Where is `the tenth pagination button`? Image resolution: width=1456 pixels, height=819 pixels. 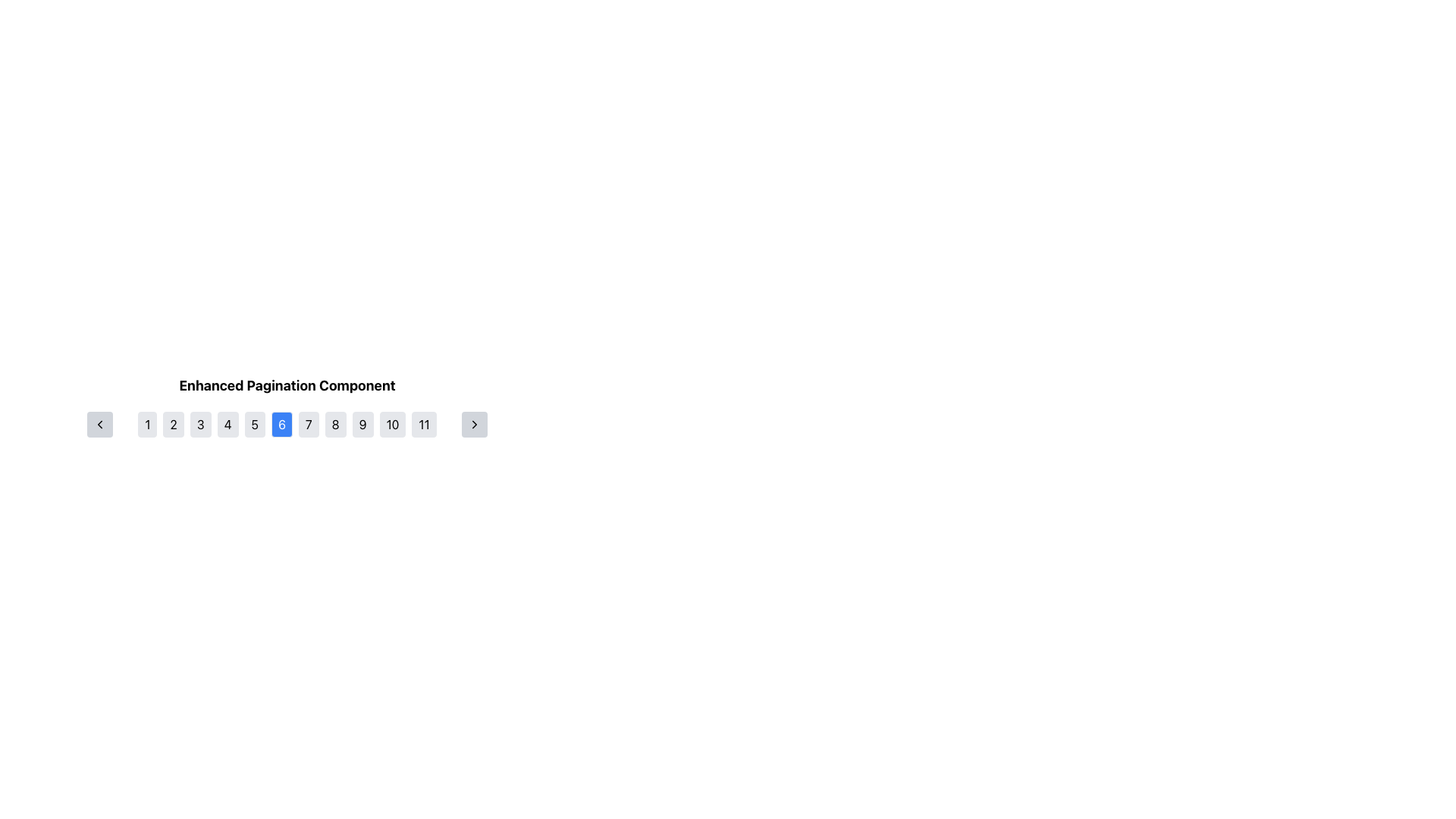 the tenth pagination button is located at coordinates (393, 424).